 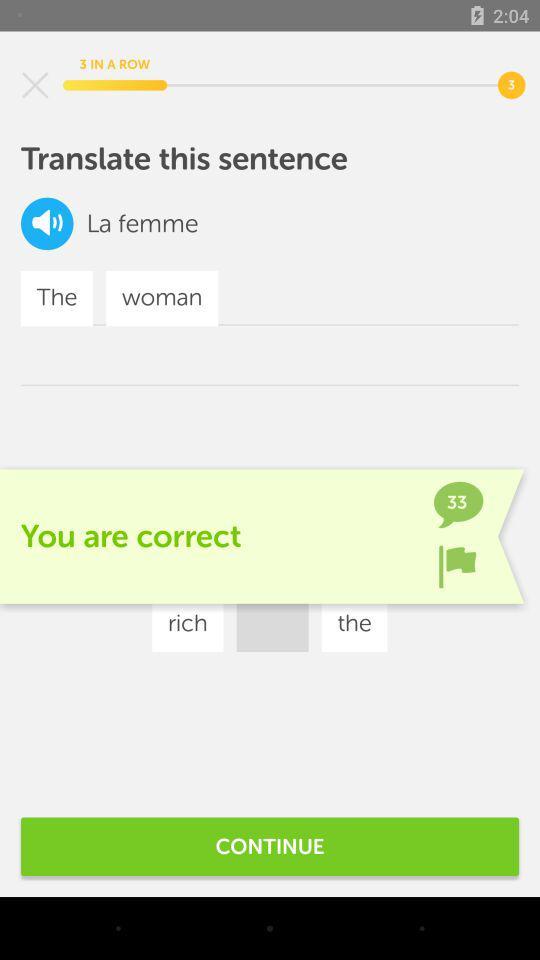 What do you see at coordinates (98, 223) in the screenshot?
I see `the la icon` at bounding box center [98, 223].